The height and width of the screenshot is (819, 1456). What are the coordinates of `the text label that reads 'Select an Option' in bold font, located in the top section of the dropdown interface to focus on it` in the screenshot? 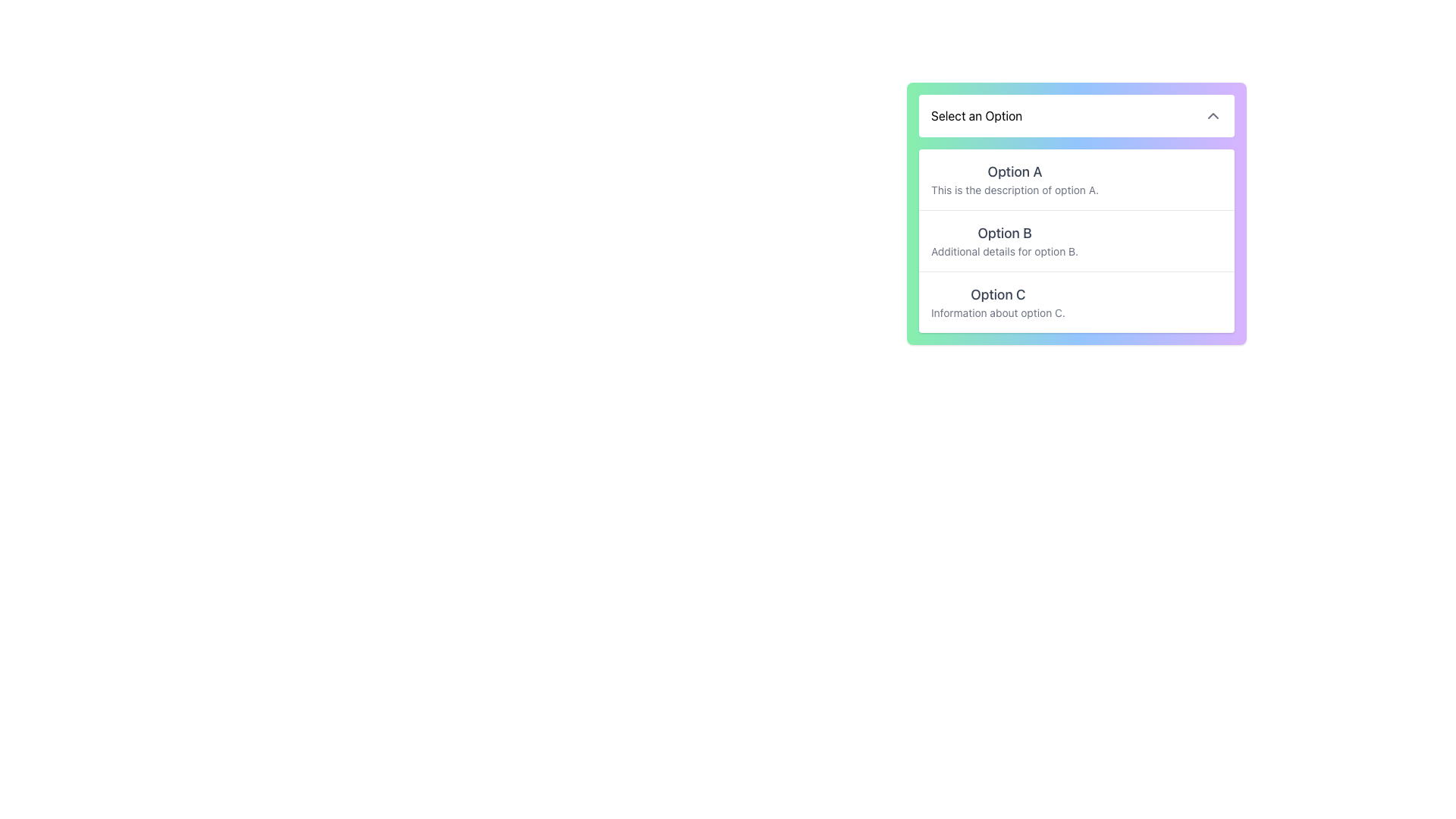 It's located at (977, 115).